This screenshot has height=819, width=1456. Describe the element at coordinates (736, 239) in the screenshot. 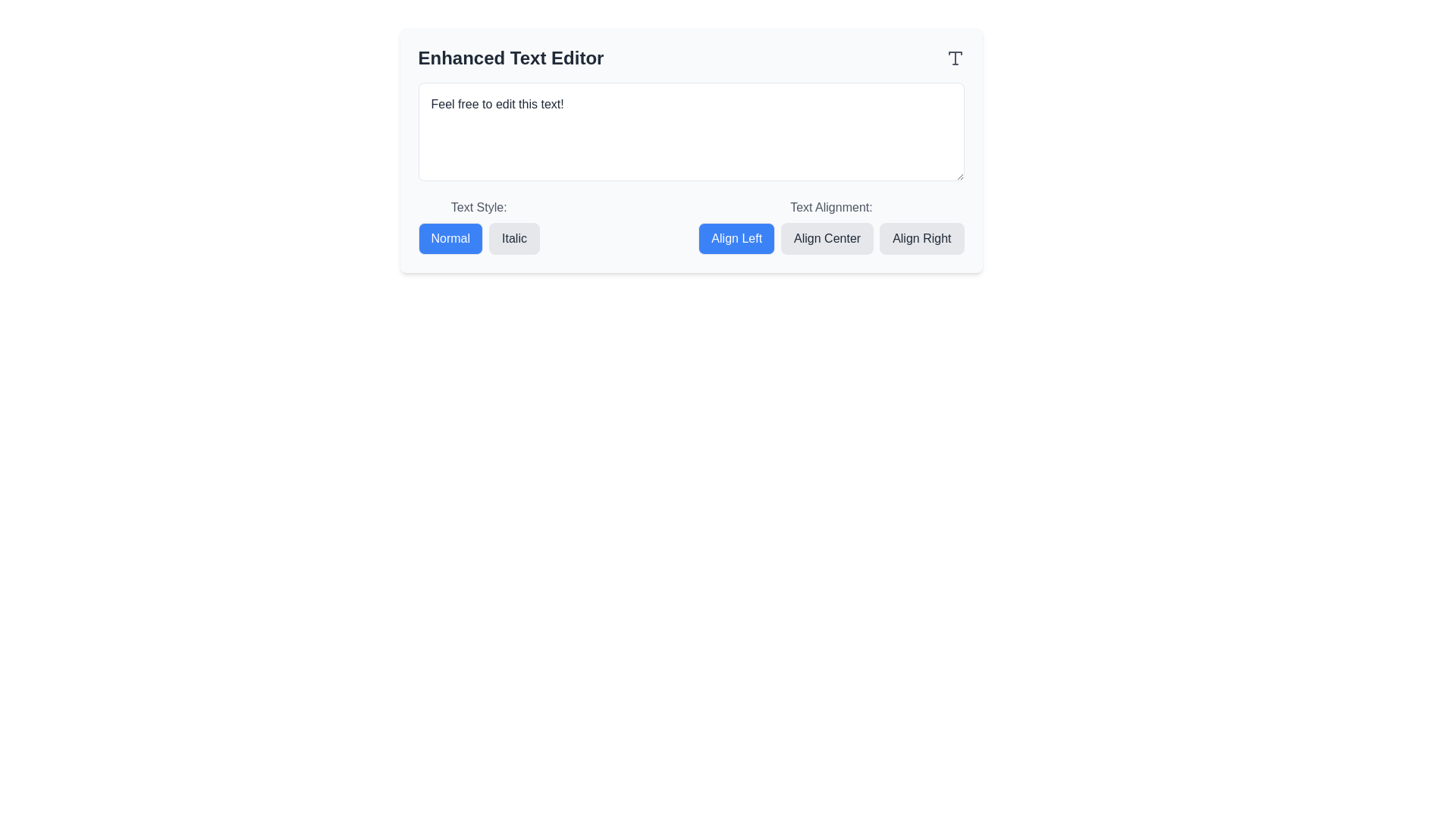

I see `the blue 'Align Left' button with white text, which is the leftmost button in the 'Text Alignment' section, to align the text to the left` at that location.